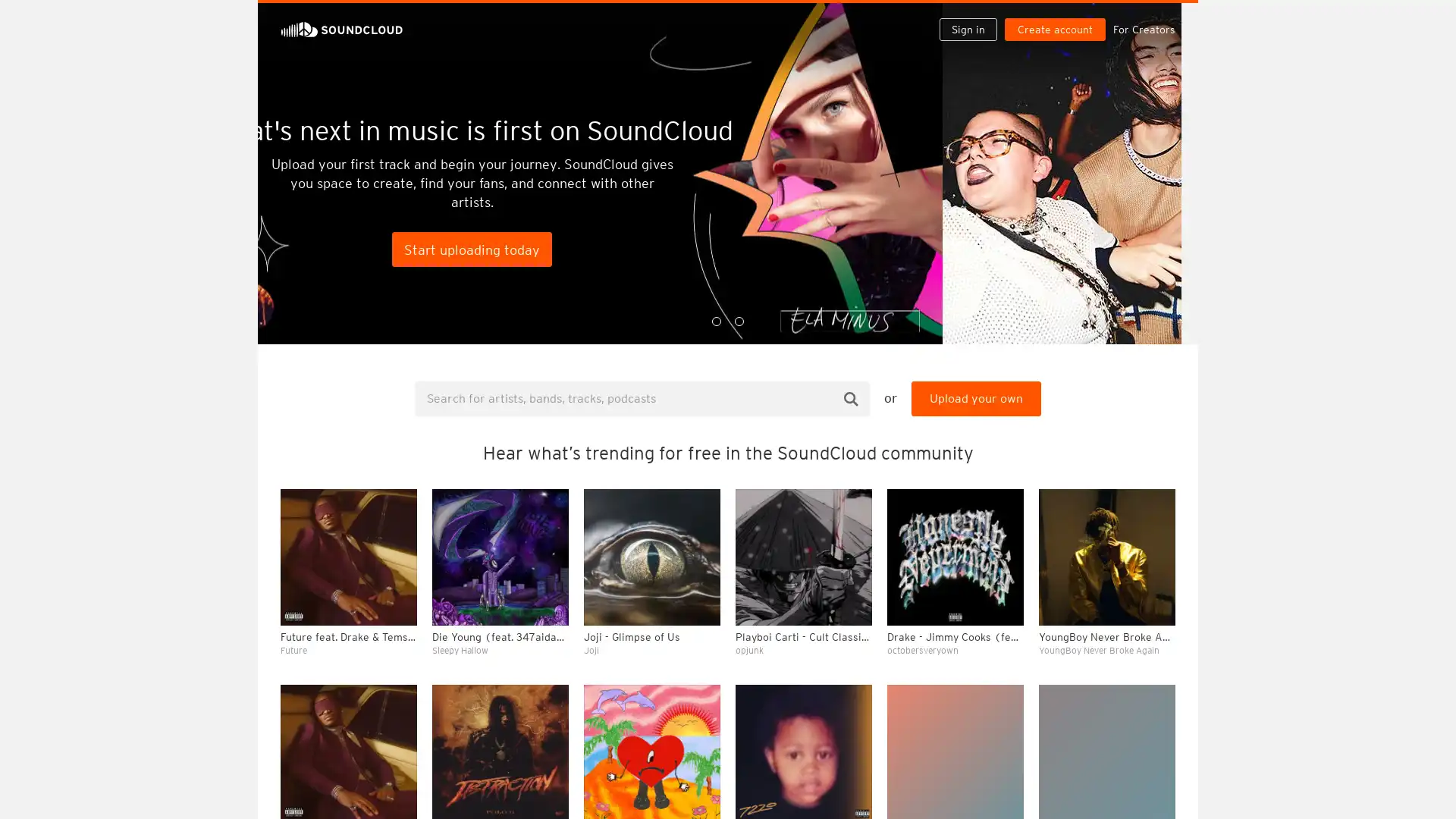 The image size is (1456, 819). I want to click on Sign in, so click(967, 29).